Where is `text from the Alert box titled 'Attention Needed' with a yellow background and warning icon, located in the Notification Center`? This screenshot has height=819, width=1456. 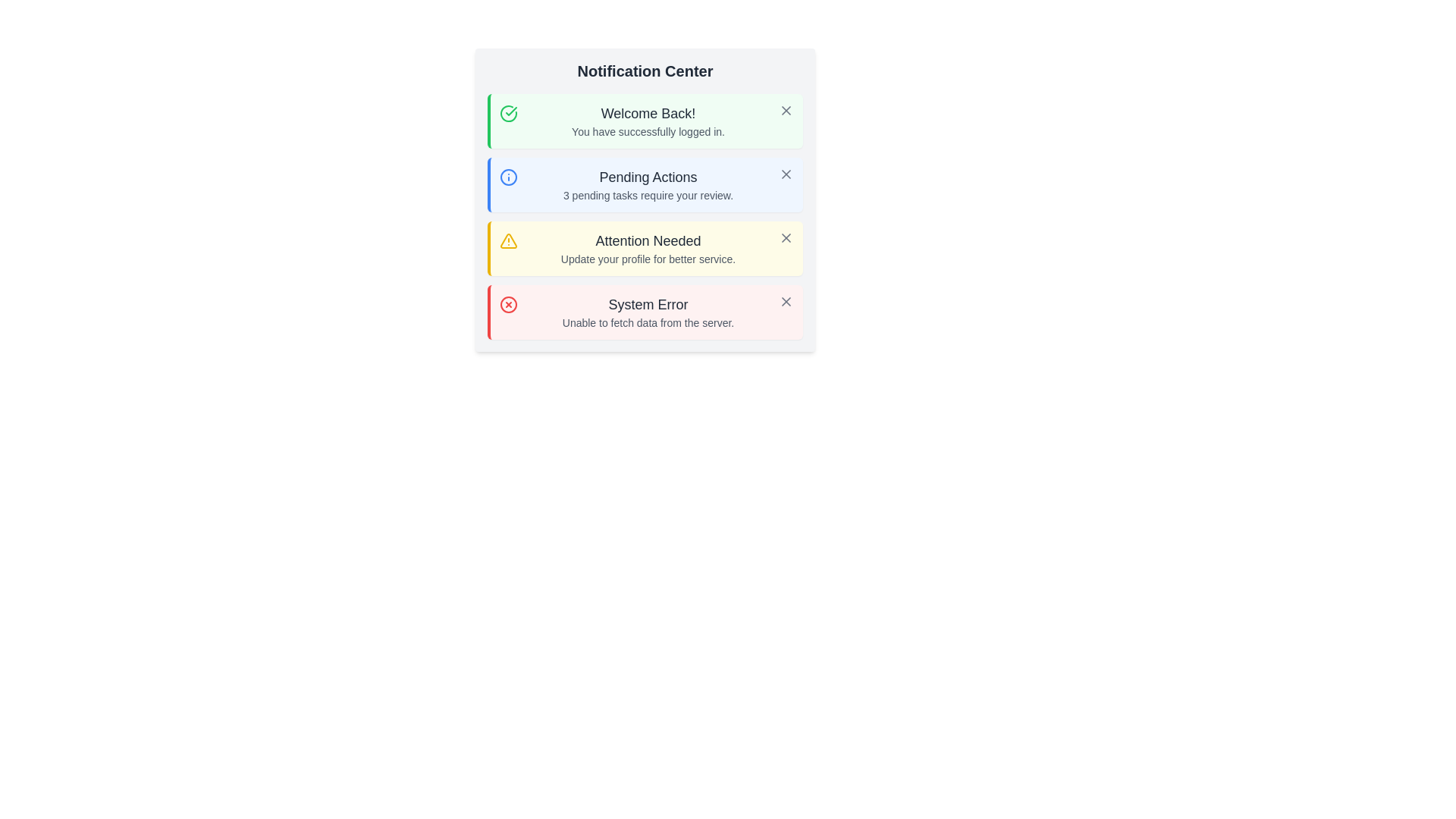 text from the Alert box titled 'Attention Needed' with a yellow background and warning icon, located in the Notification Center is located at coordinates (645, 247).